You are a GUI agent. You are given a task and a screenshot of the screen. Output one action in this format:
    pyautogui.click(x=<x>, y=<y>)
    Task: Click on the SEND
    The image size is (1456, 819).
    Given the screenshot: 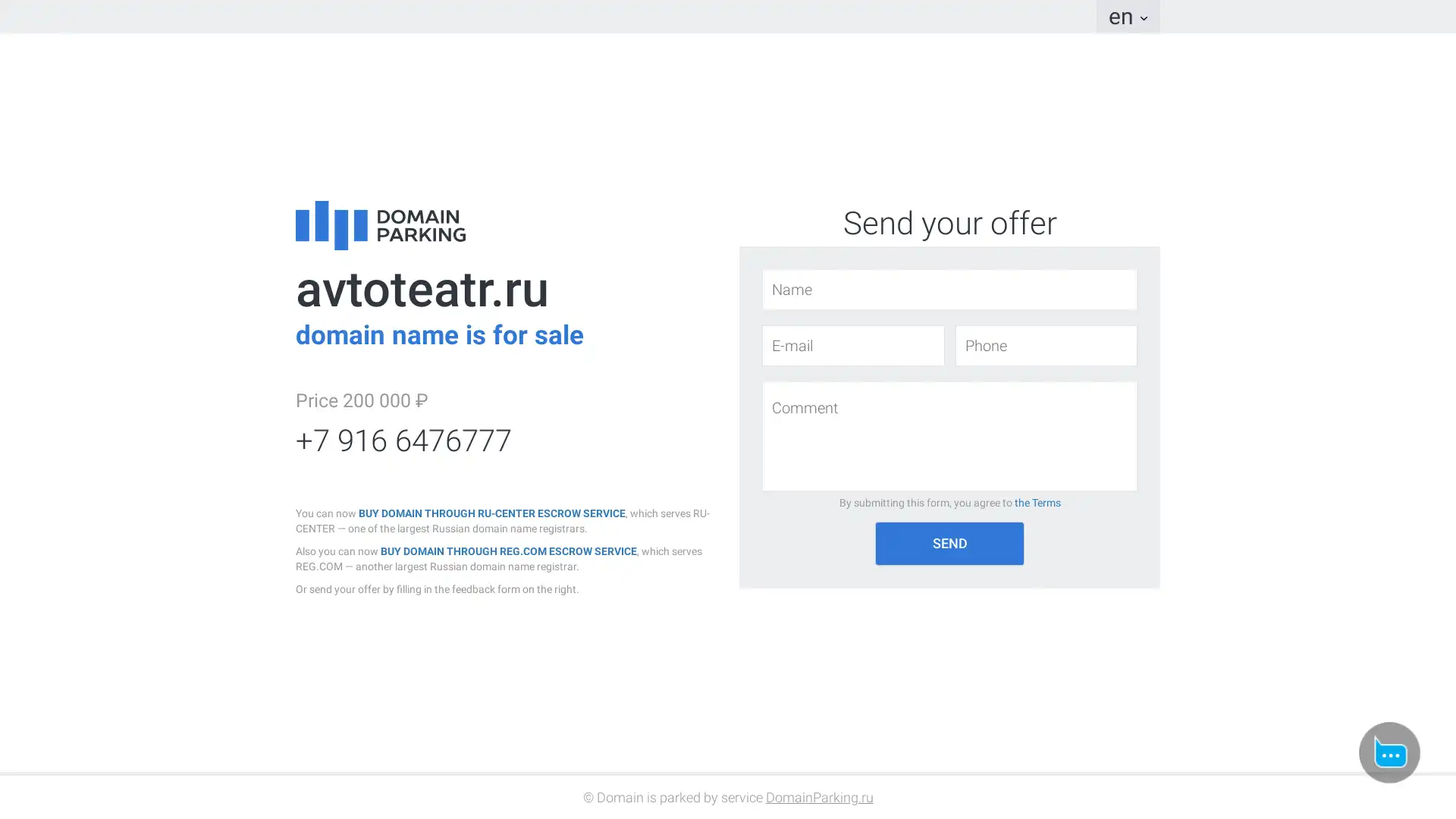 What is the action you would take?
    pyautogui.click(x=949, y=542)
    